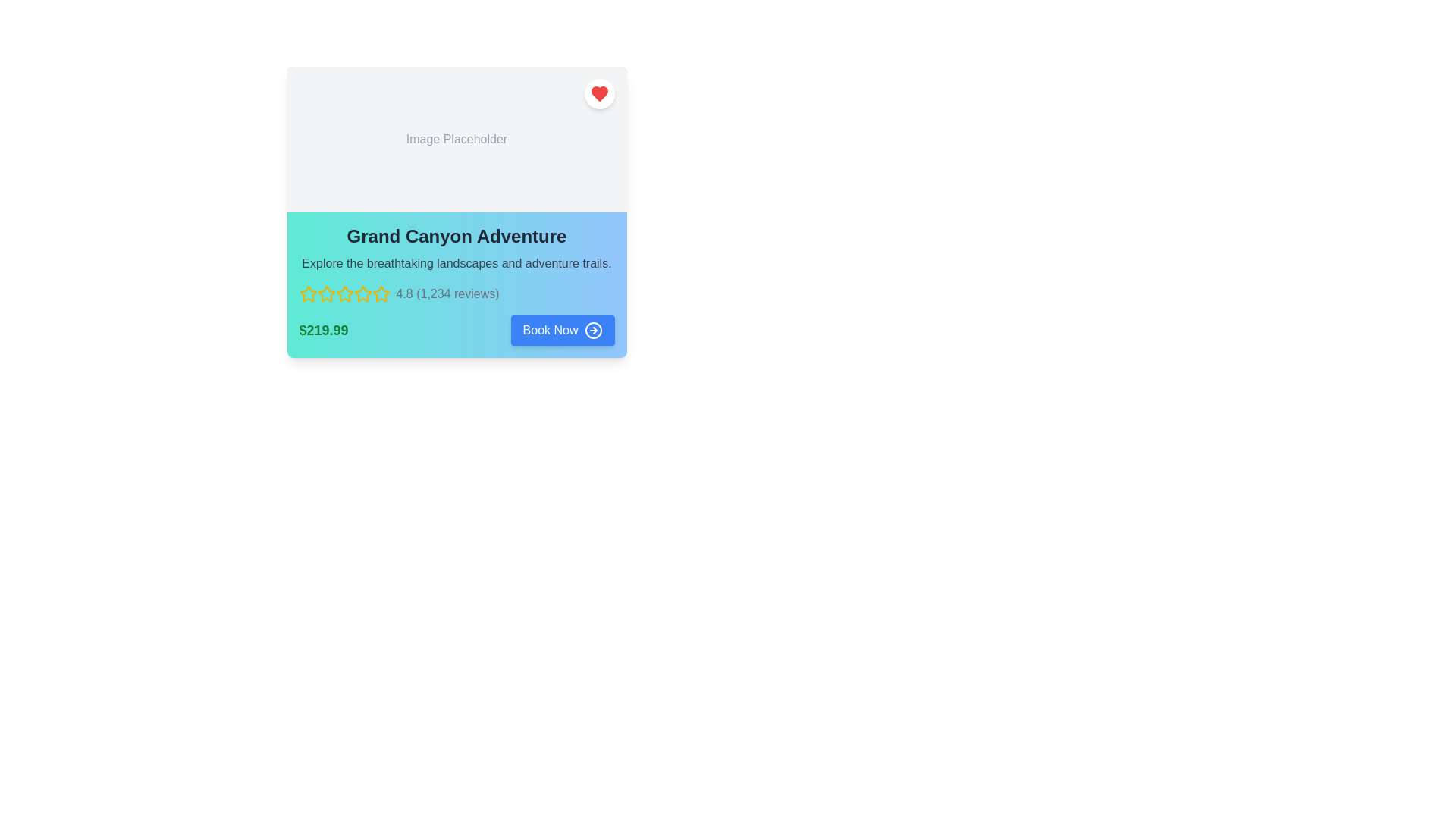 The height and width of the screenshot is (819, 1456). What do you see at coordinates (592, 329) in the screenshot?
I see `the circular outline of the SVG icon associated with the 'Book Now' button` at bounding box center [592, 329].